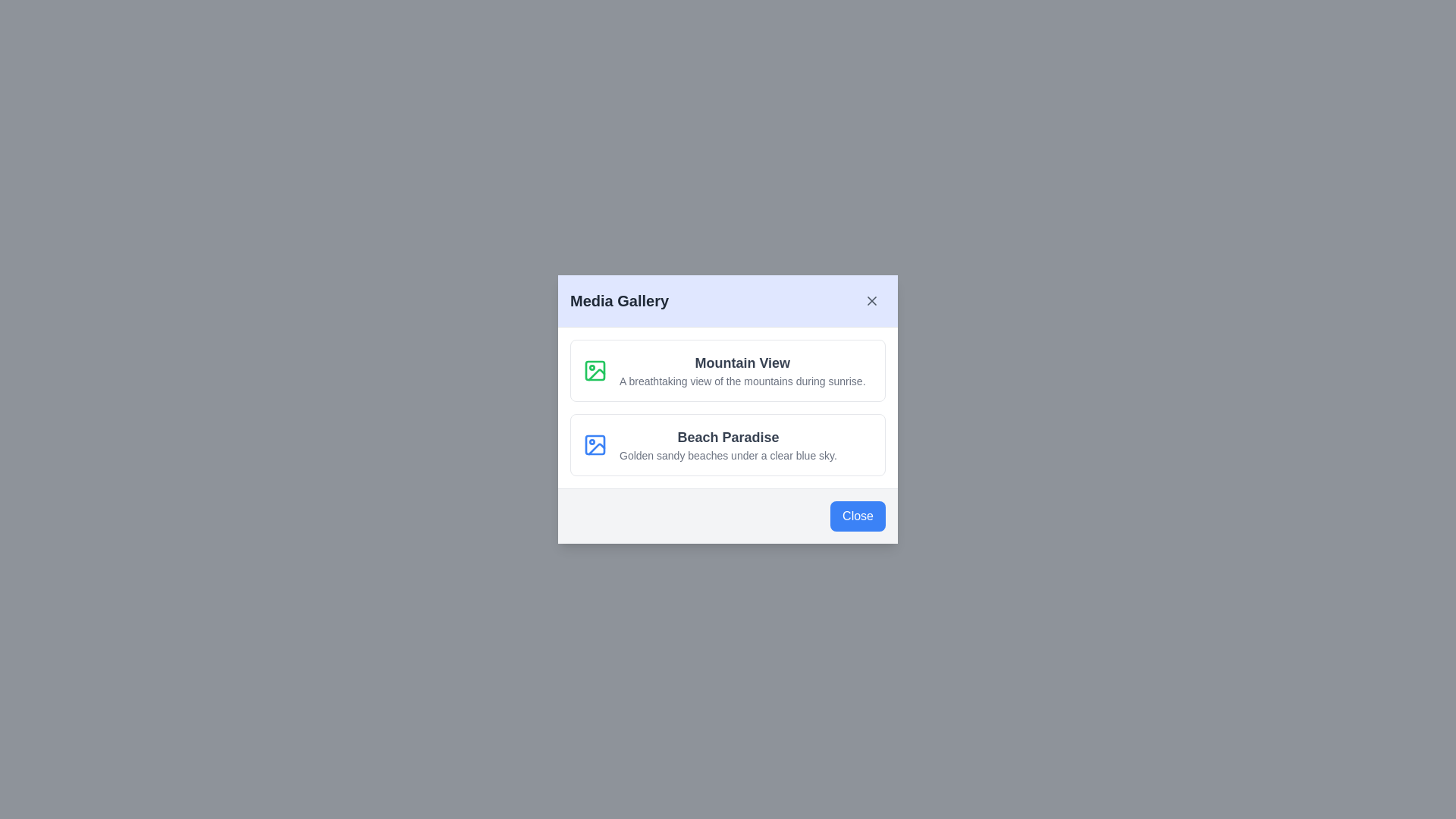 This screenshot has height=819, width=1456. Describe the element at coordinates (595, 371) in the screenshot. I see `the icon of the media item corresponding to Mountain View` at that location.